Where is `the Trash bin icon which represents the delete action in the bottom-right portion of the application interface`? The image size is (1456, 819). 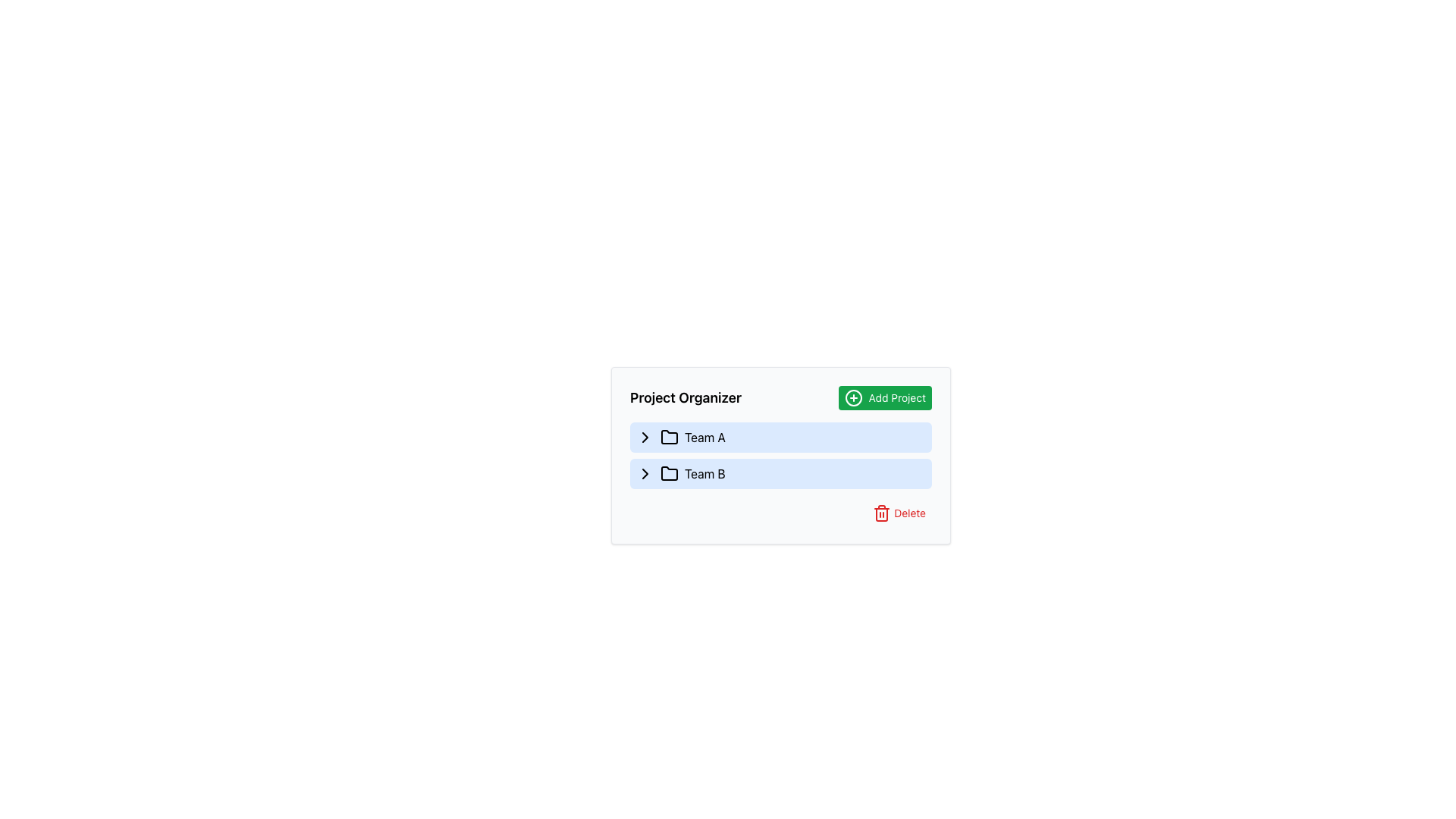 the Trash bin icon which represents the delete action in the bottom-right portion of the application interface is located at coordinates (882, 513).